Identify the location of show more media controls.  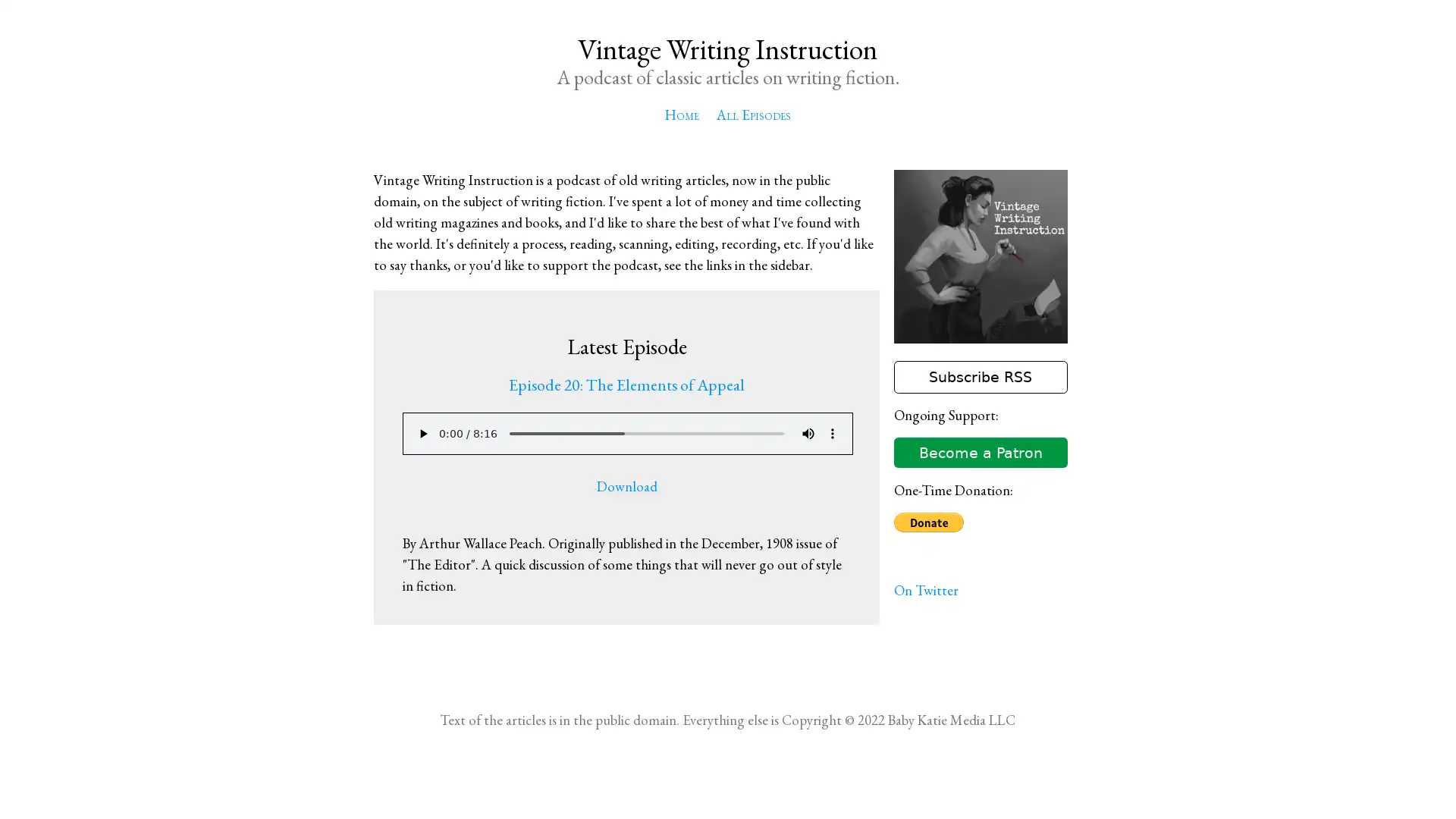
(831, 433).